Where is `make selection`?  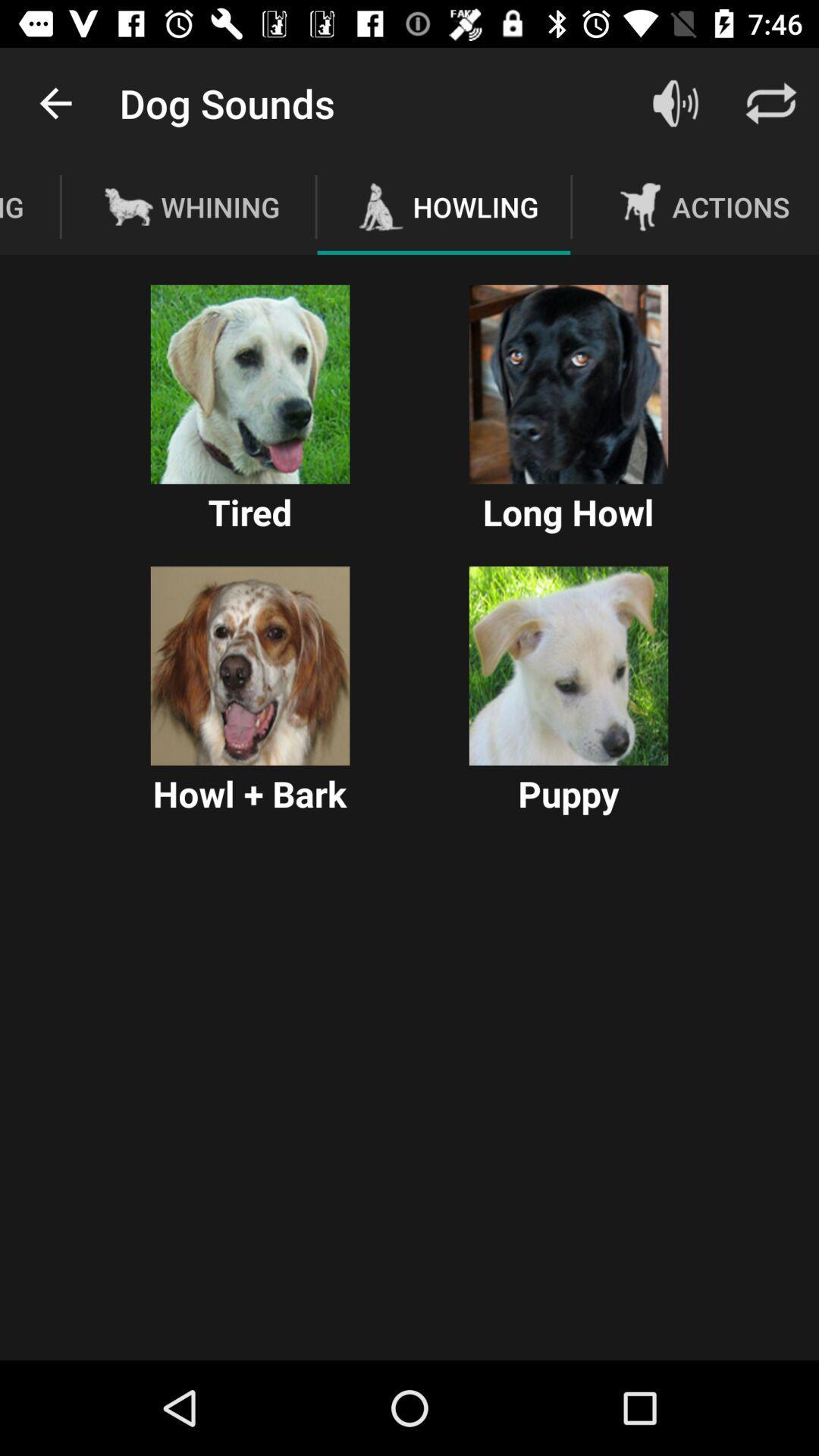 make selection is located at coordinates (249, 666).